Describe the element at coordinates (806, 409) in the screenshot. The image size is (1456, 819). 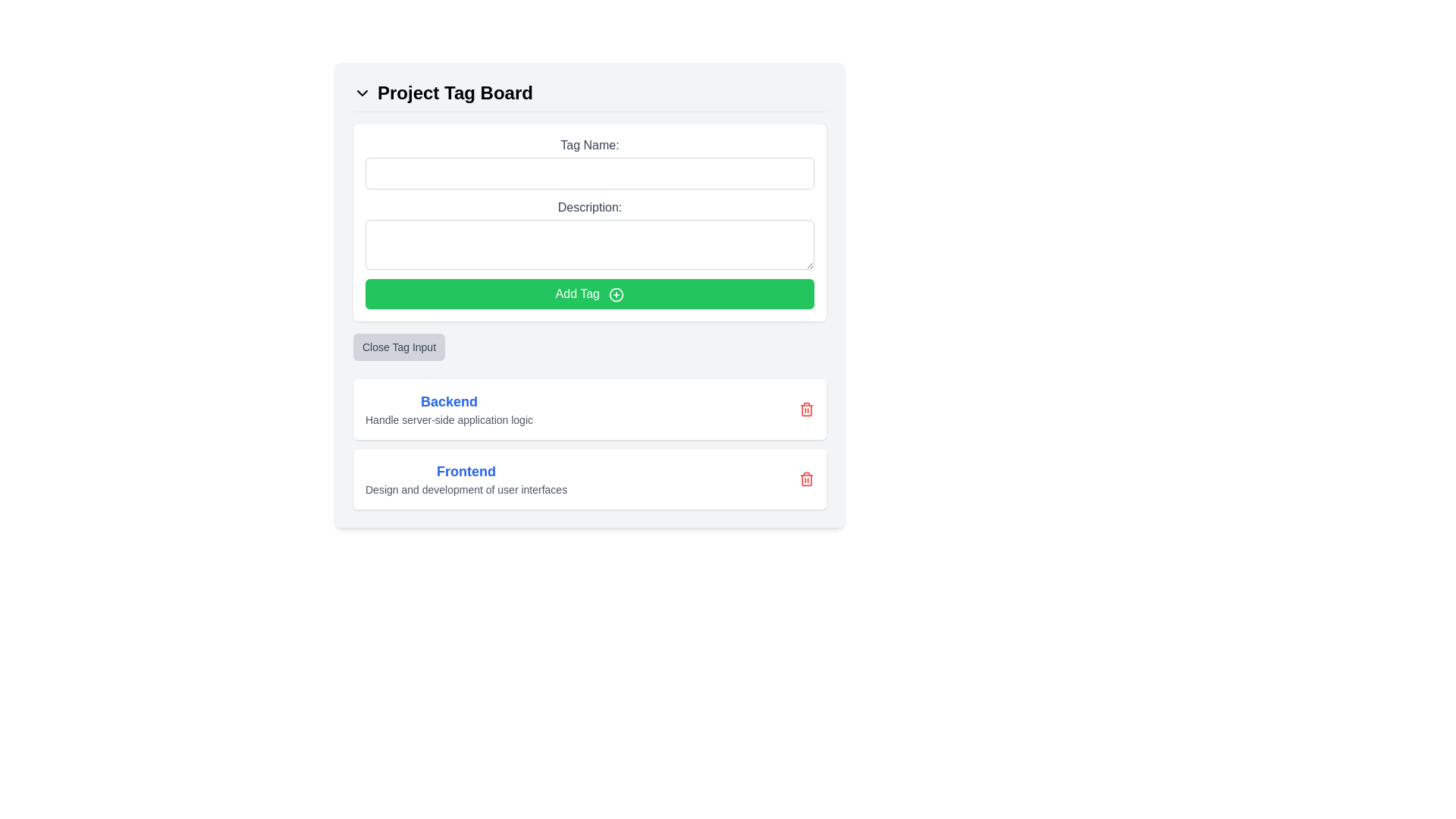
I see `the red trash can icon button located at the far-right end of the card titled 'Backend'` at that location.